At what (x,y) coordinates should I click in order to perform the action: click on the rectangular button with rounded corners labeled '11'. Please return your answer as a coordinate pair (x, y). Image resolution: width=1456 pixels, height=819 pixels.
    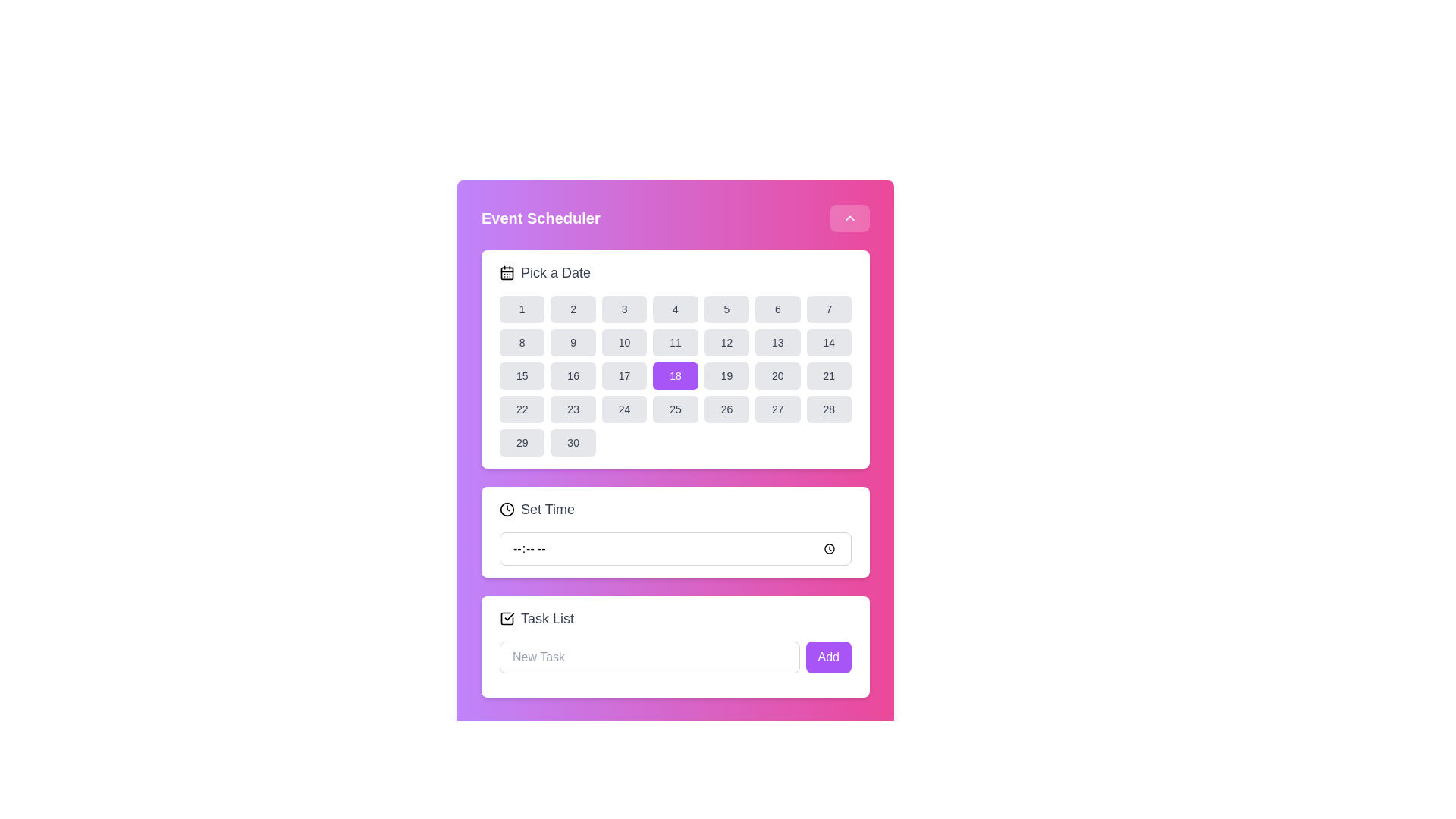
    Looking at the image, I should click on (675, 342).